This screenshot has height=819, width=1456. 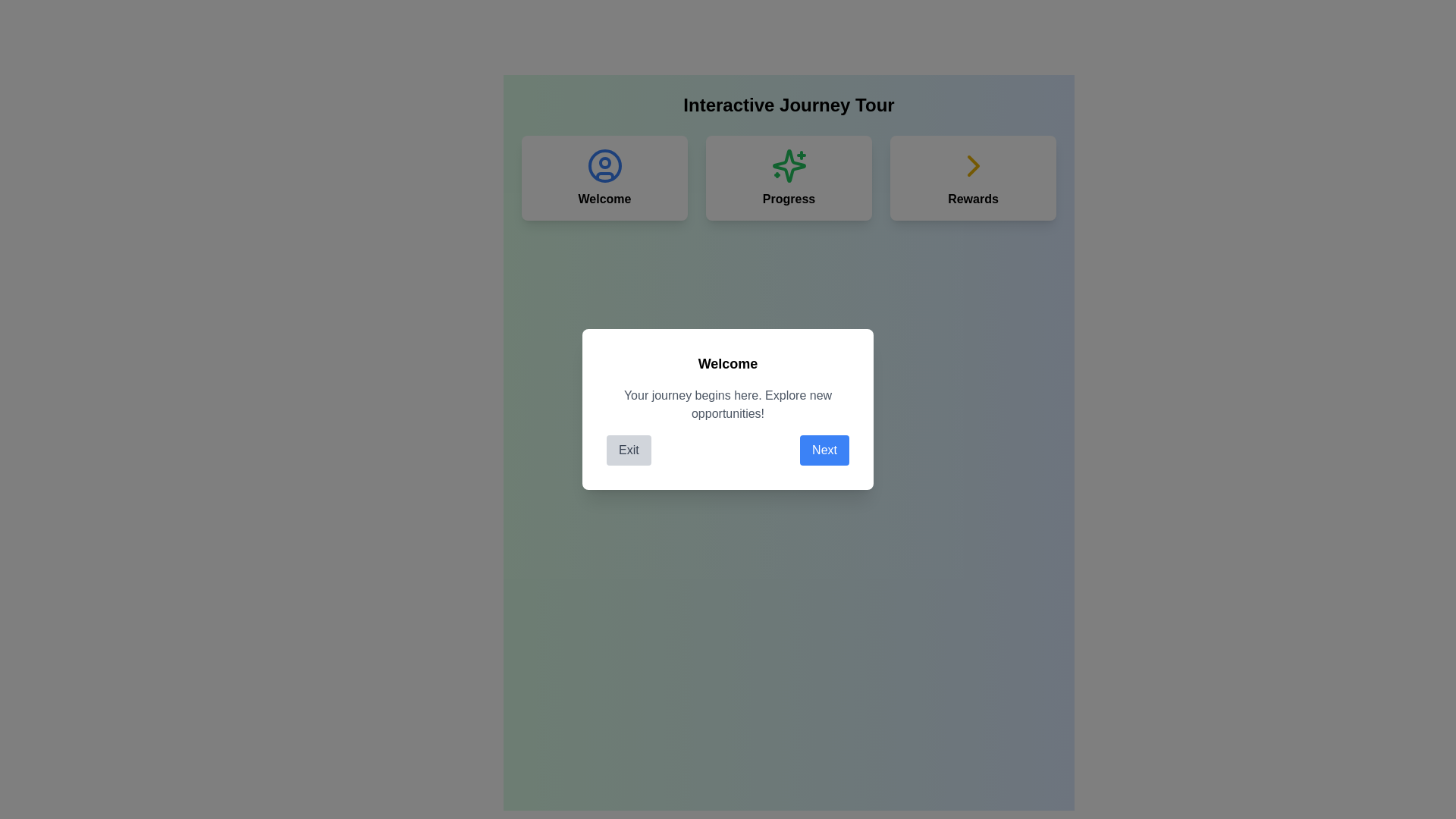 I want to click on information represented by the navigation grid layout that includes 'Welcome', 'Progress', and 'Rewards' sections, located below the 'Interactive Journey Tour' header, so click(x=789, y=177).